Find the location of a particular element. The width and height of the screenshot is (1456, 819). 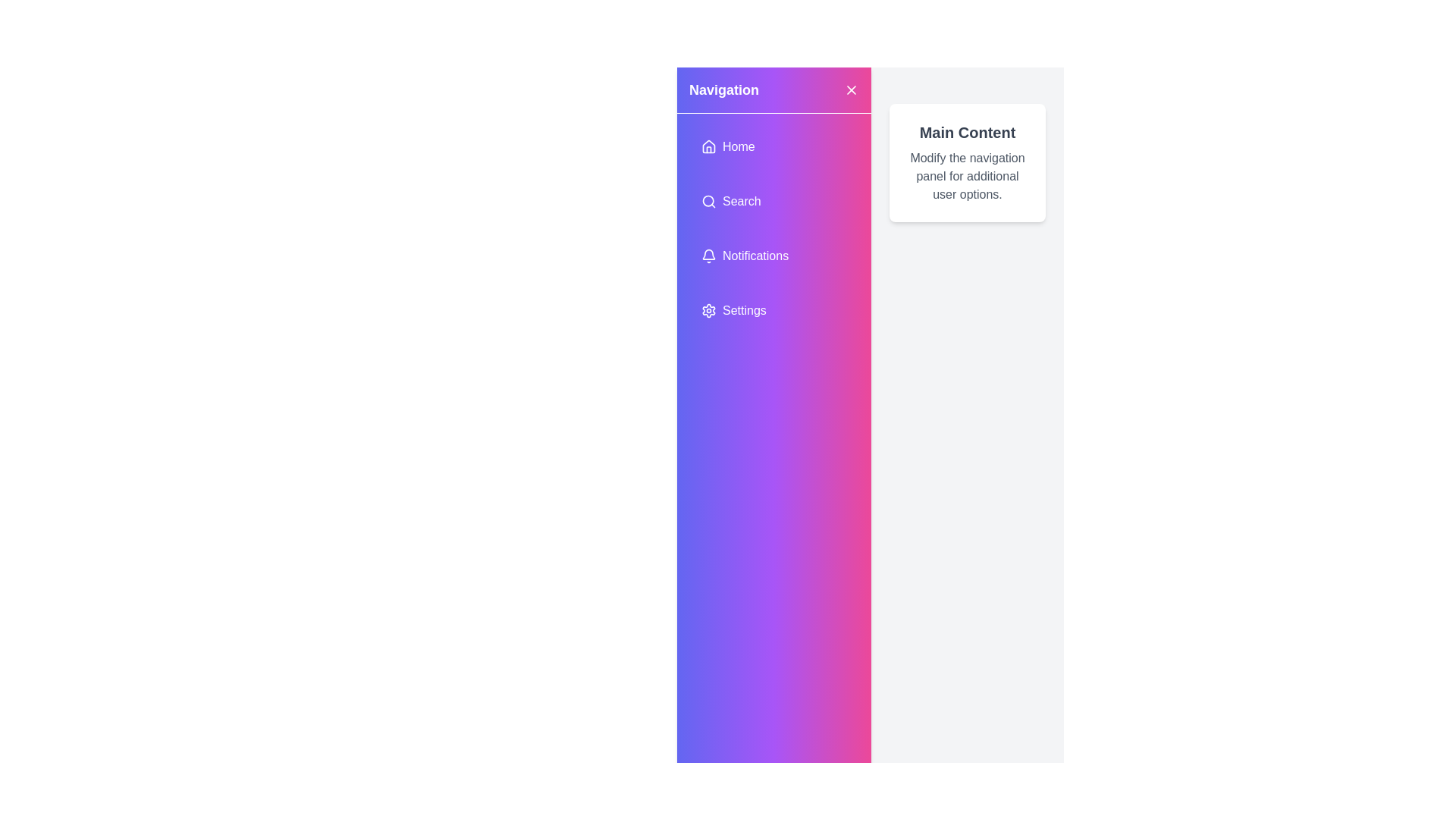

the second navigation button in the left panel is located at coordinates (731, 201).